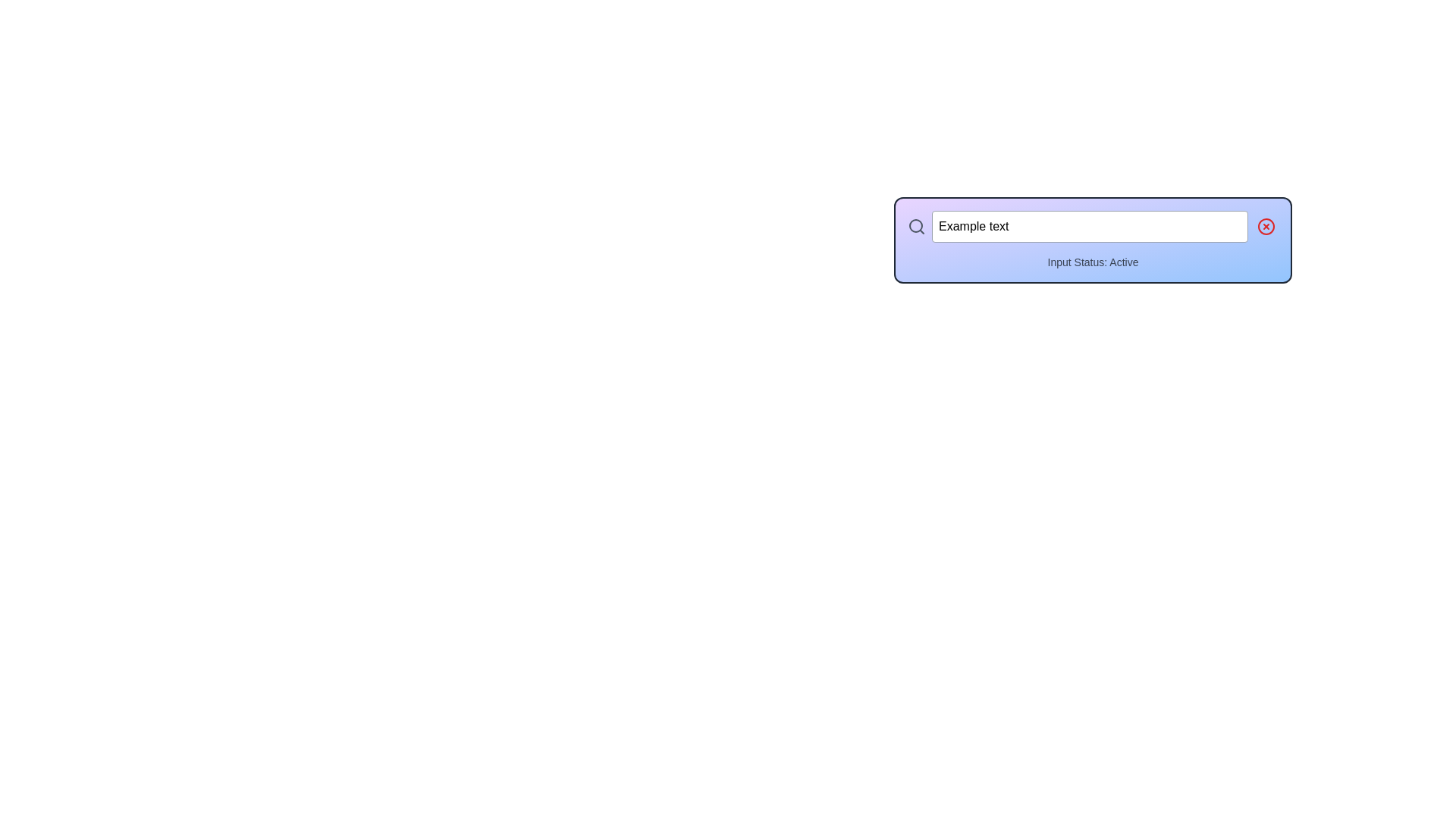 Image resolution: width=1456 pixels, height=819 pixels. Describe the element at coordinates (1093, 262) in the screenshot. I see `the status message Text label that indicates the current state of the input box, positioned directly below the 'Example text' input field` at that location.